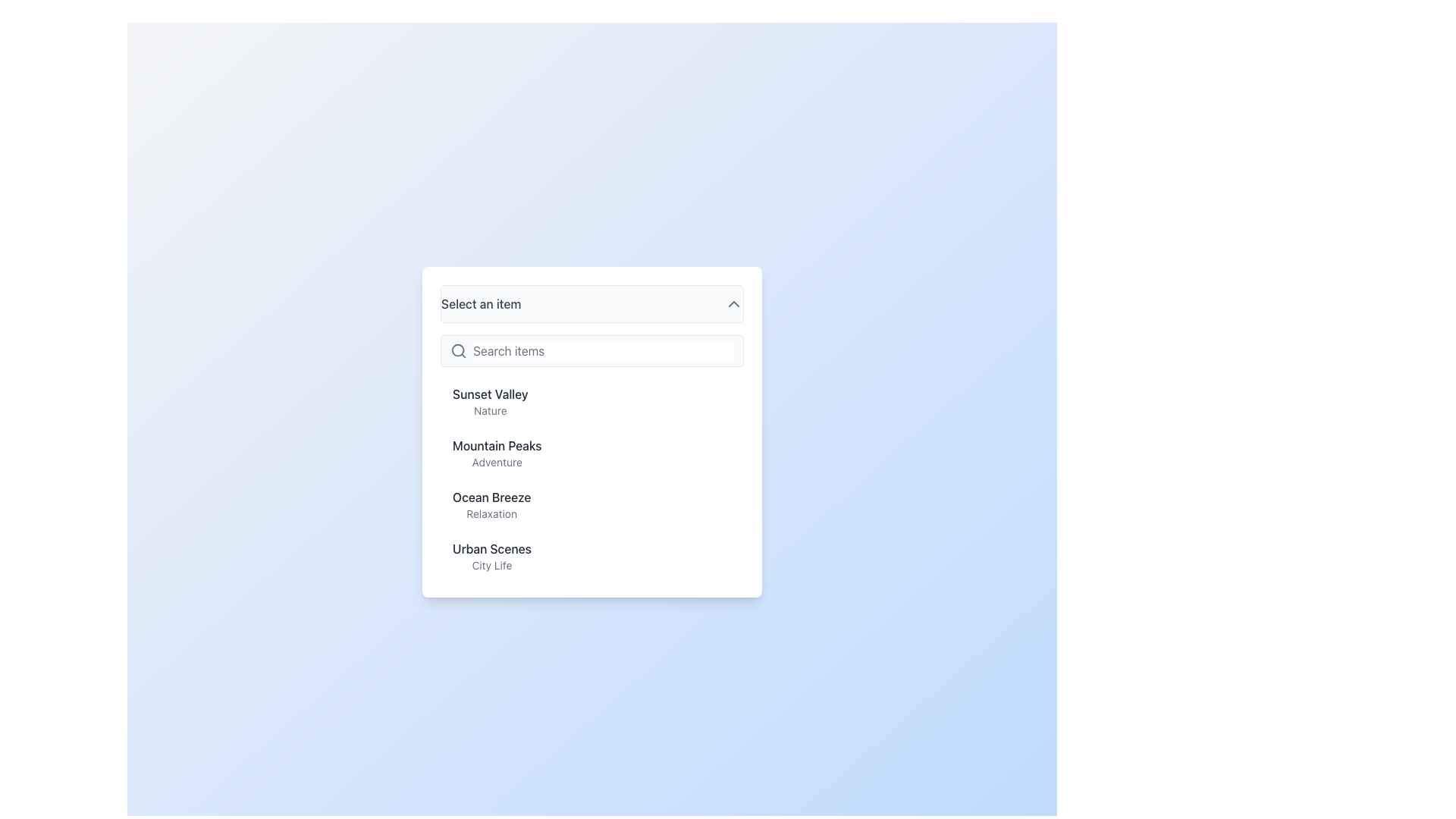 The width and height of the screenshot is (1456, 819). Describe the element at coordinates (591, 452) in the screenshot. I see `the 'Mountain Peaks' menu item, which is the second item in the vertical list, located below 'Sunset Valley' and above 'Ocean Breeze'` at that location.